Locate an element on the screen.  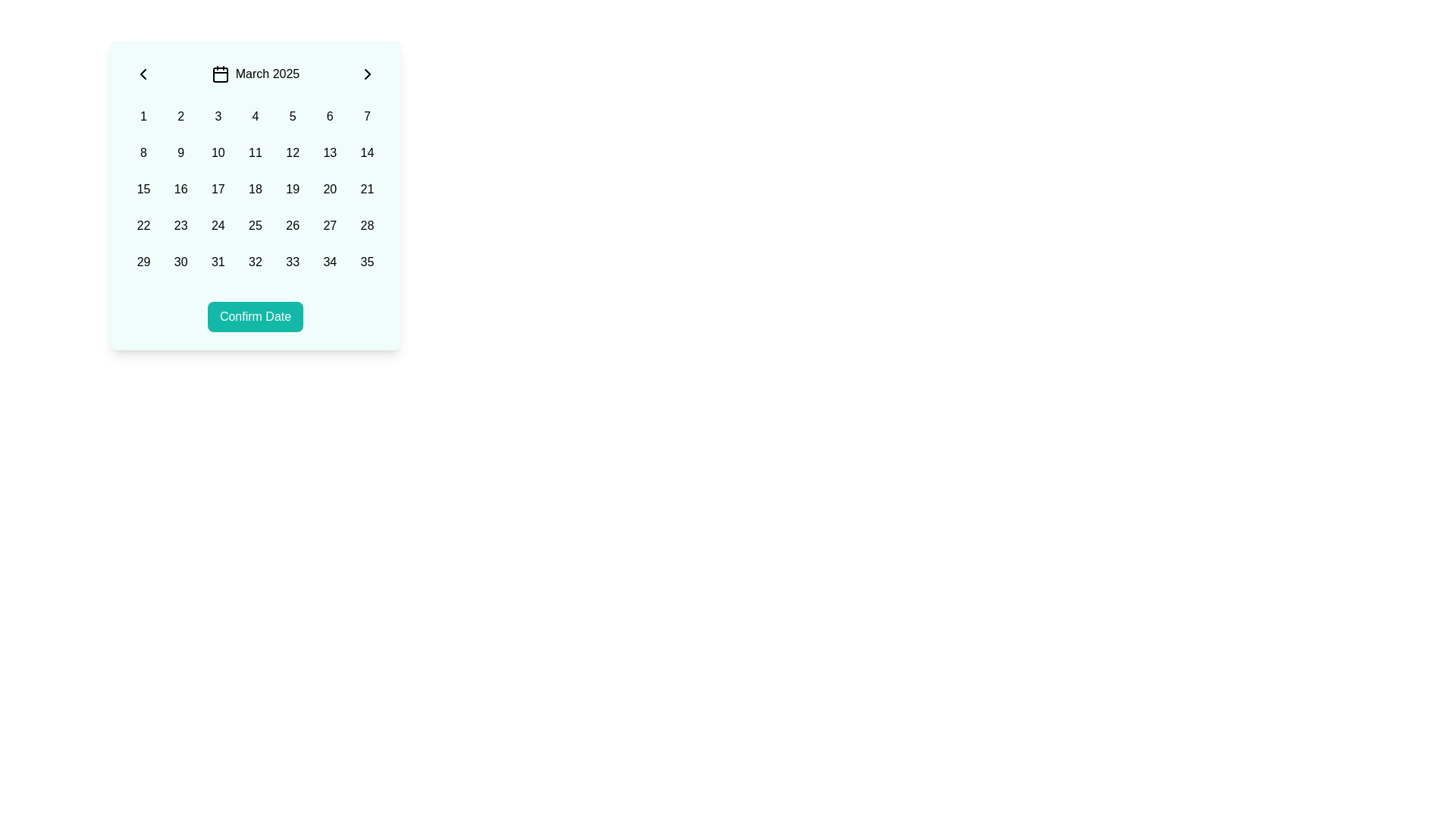
the rightward-facing chevron icon located in the top-right corner of the calendar interface is located at coordinates (367, 74).